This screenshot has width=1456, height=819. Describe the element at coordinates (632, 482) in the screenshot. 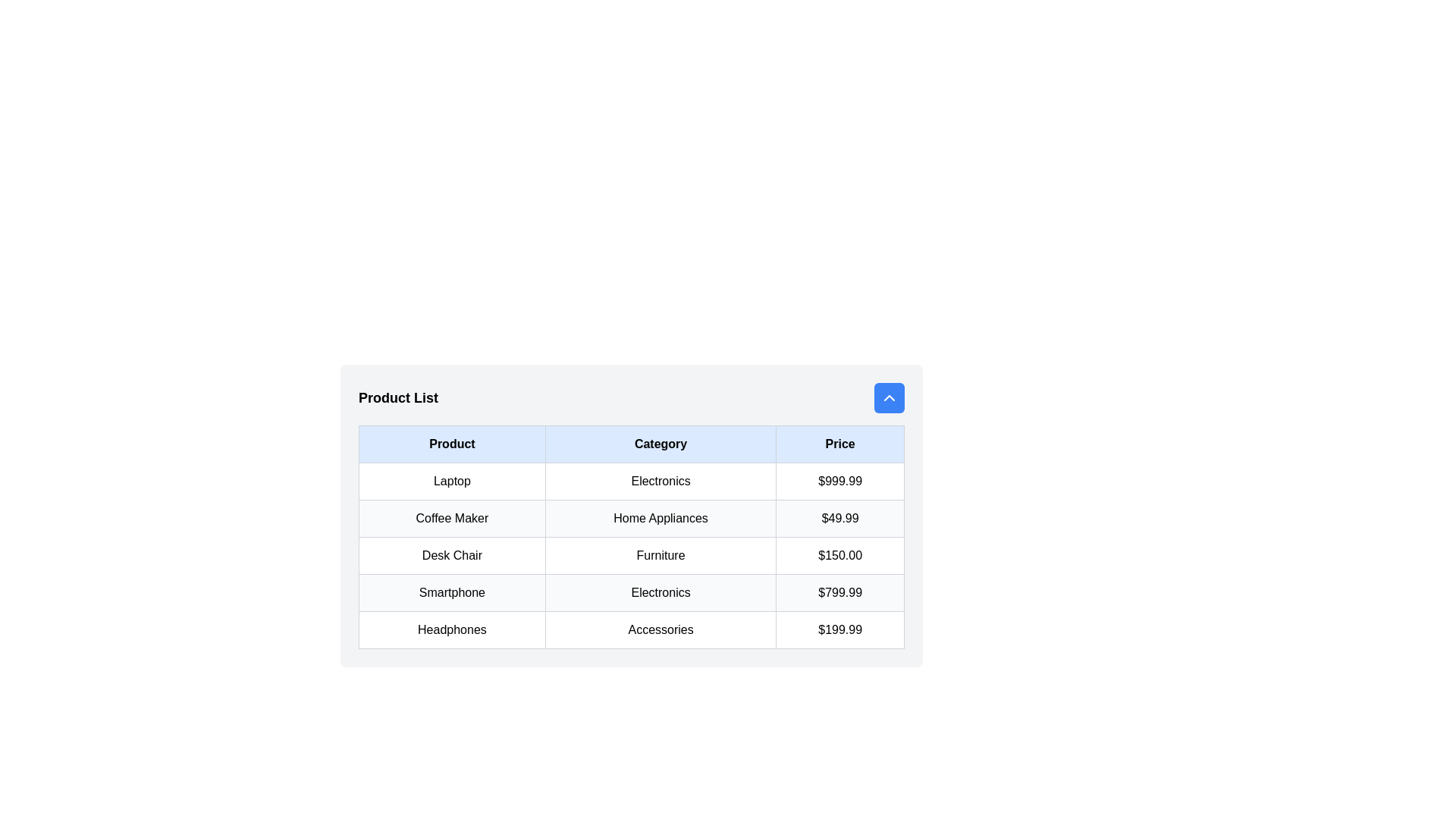

I see `the first row of the product table displaying details for 'Laptop', which includes the category 'Electronics' and price '$999.99'` at that location.